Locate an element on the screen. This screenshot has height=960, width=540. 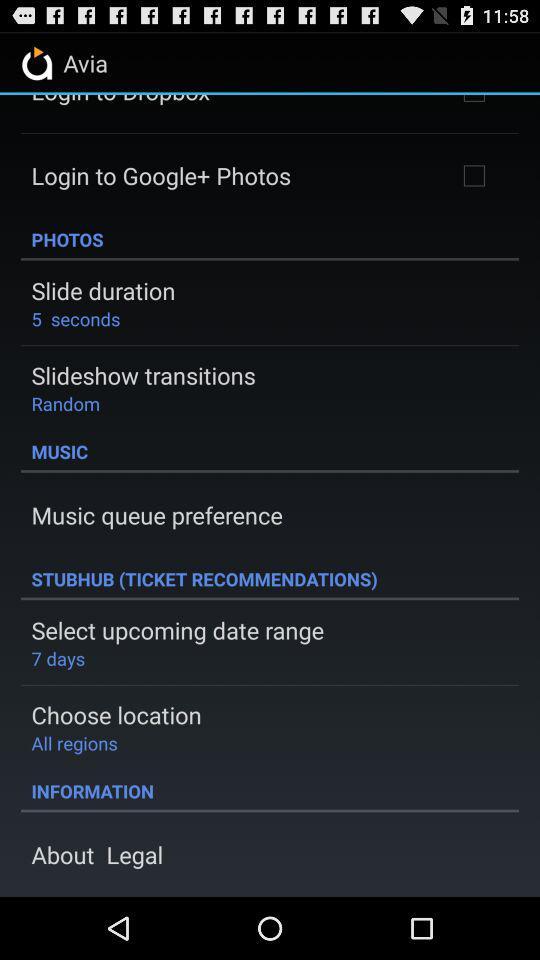
the icon below the photos item is located at coordinates (103, 289).